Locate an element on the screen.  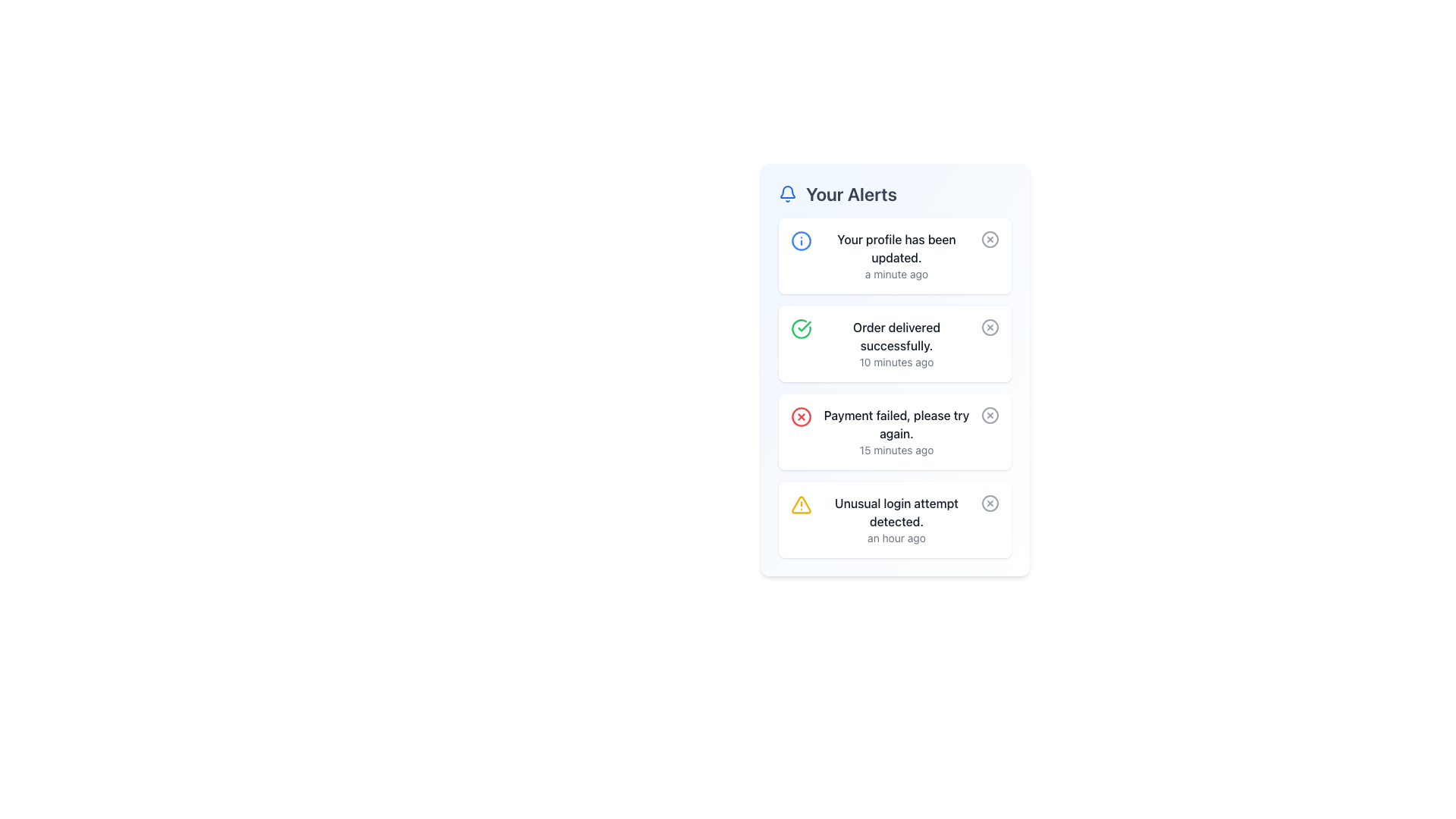
the circular icon with a blue border and an inner blue 'i' symbol located in the first alert box of the 'Your Alerts' section, to the left of the text 'Your profile has been updated.' is located at coordinates (800, 240).